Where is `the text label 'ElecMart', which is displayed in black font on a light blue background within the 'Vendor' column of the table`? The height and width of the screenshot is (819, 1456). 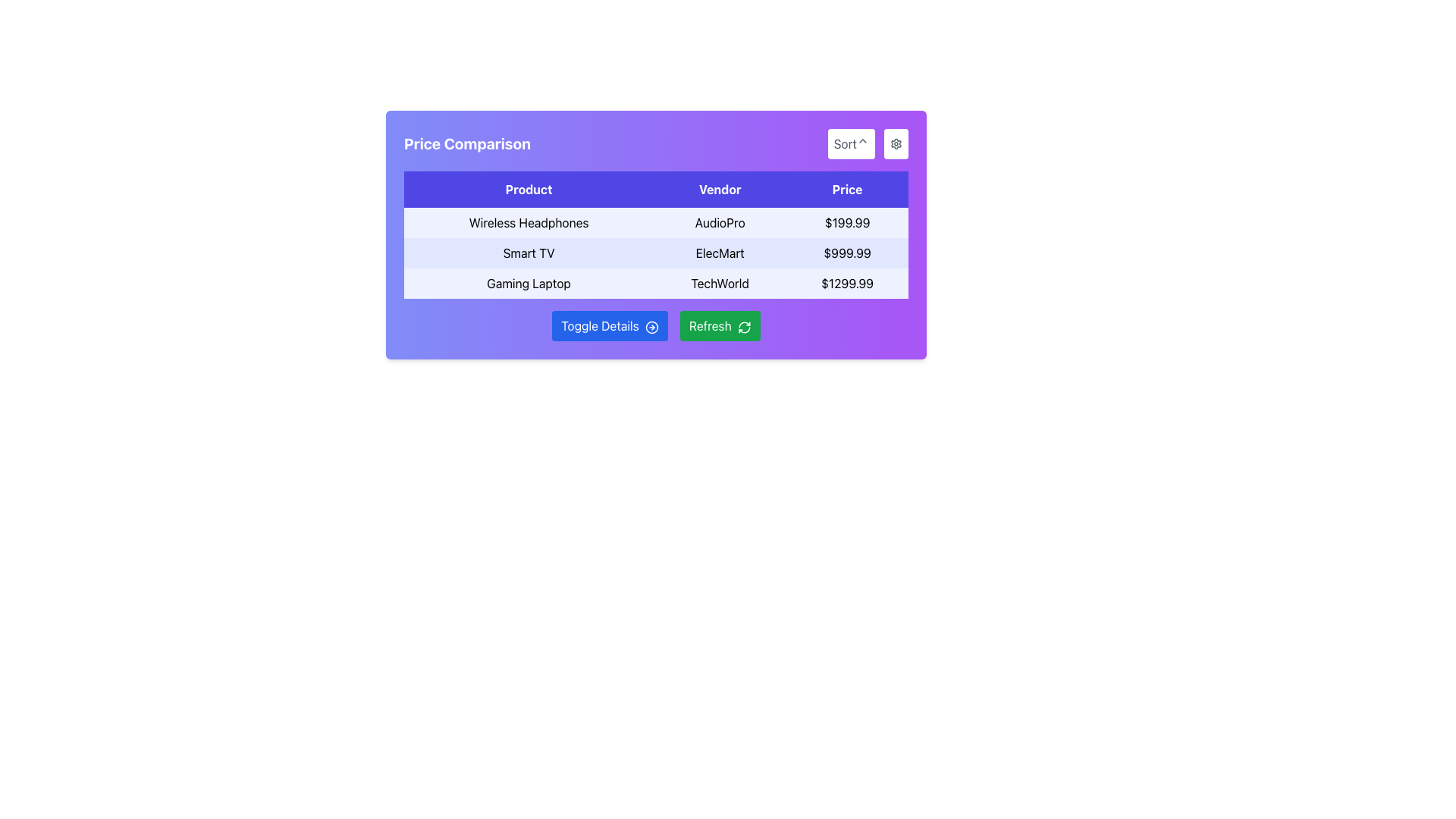 the text label 'ElecMart', which is displayed in black font on a light blue background within the 'Vendor' column of the table is located at coordinates (719, 253).